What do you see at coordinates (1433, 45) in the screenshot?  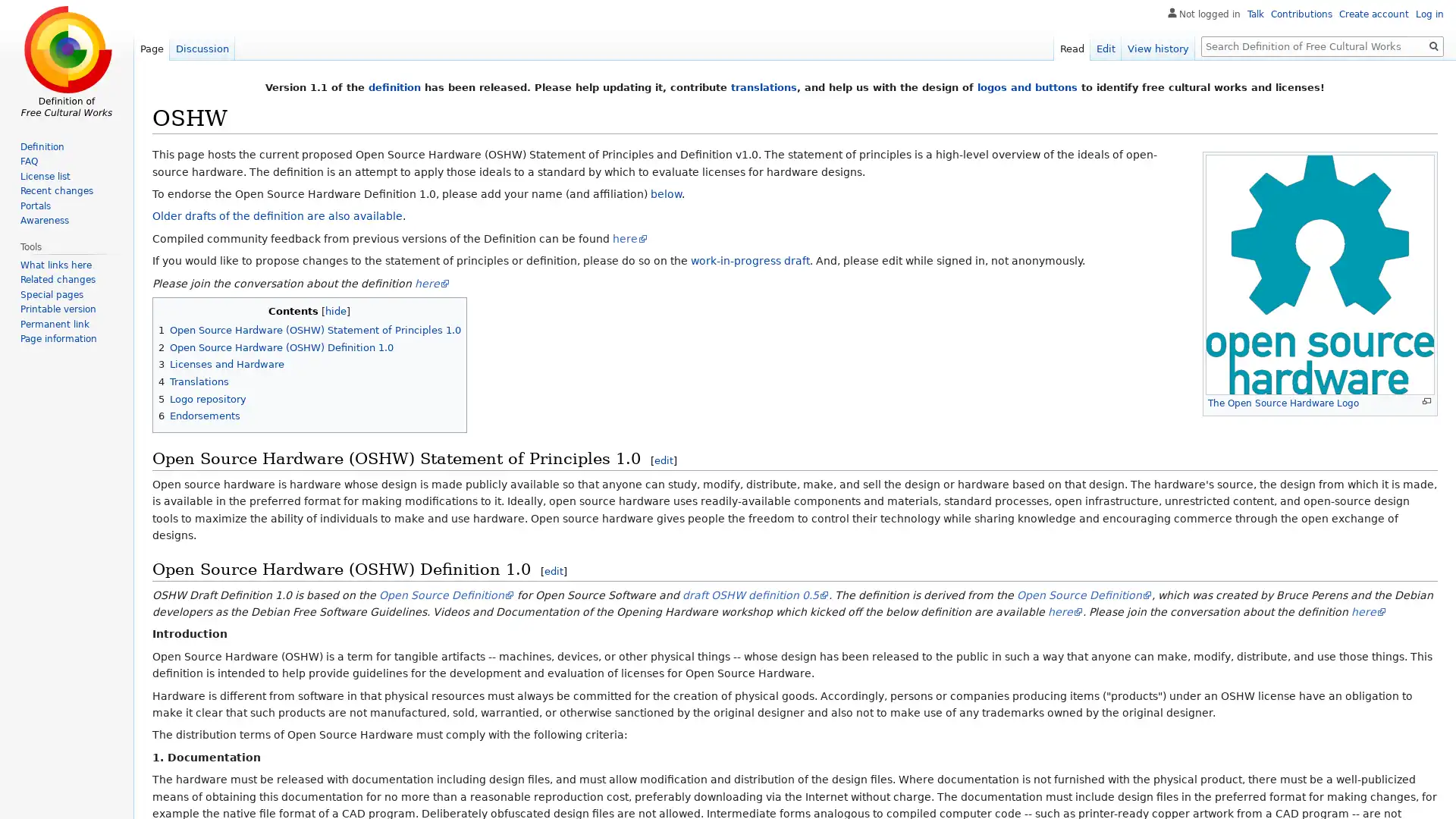 I see `Search` at bounding box center [1433, 45].